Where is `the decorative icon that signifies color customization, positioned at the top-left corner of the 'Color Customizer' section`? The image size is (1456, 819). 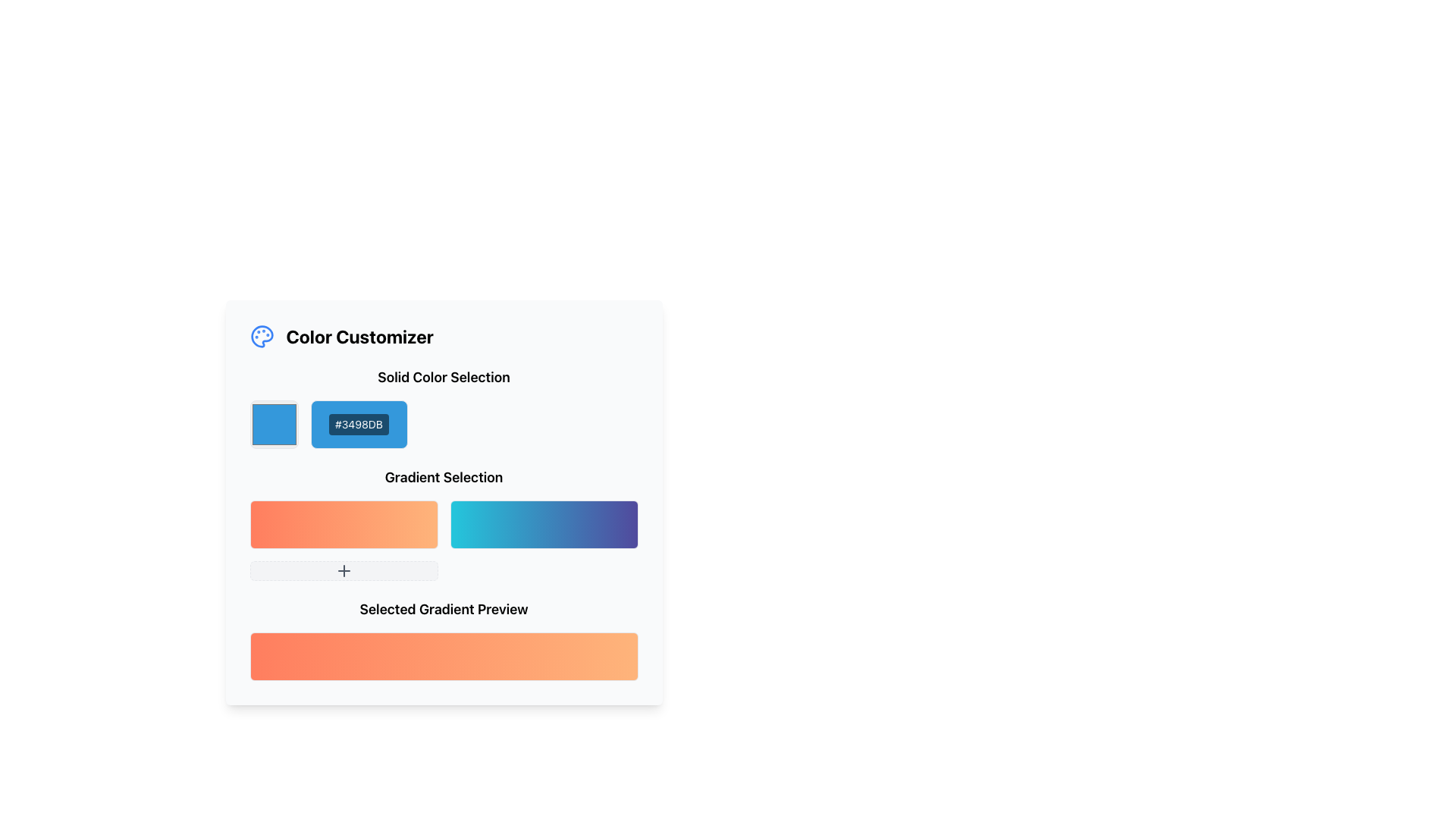
the decorative icon that signifies color customization, positioned at the top-left corner of the 'Color Customizer' section is located at coordinates (262, 335).